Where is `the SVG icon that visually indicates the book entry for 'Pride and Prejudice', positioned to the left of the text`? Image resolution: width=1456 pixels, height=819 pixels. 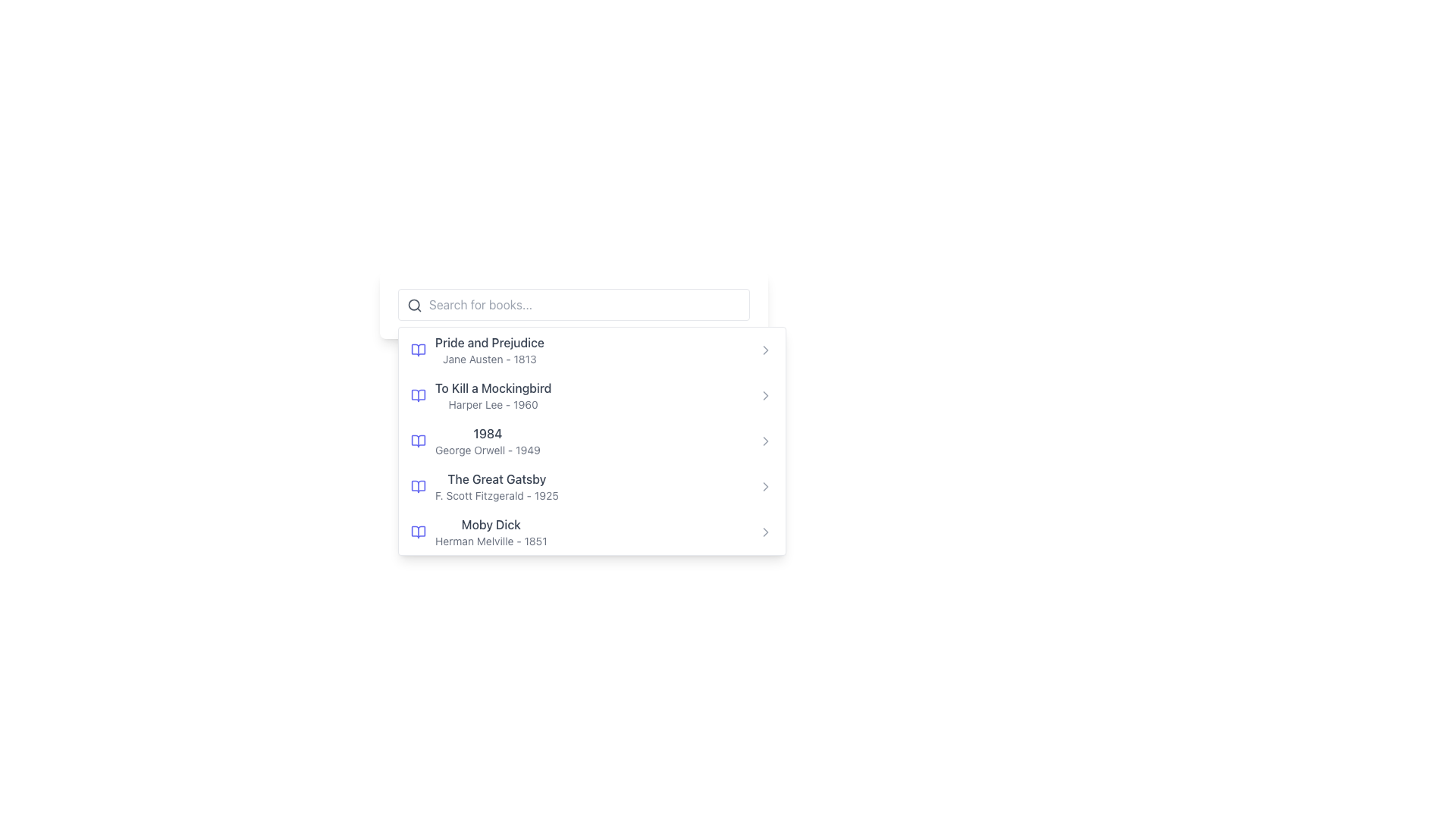
the SVG icon that visually indicates the book entry for 'Pride and Prejudice', positioned to the left of the text is located at coordinates (419, 350).